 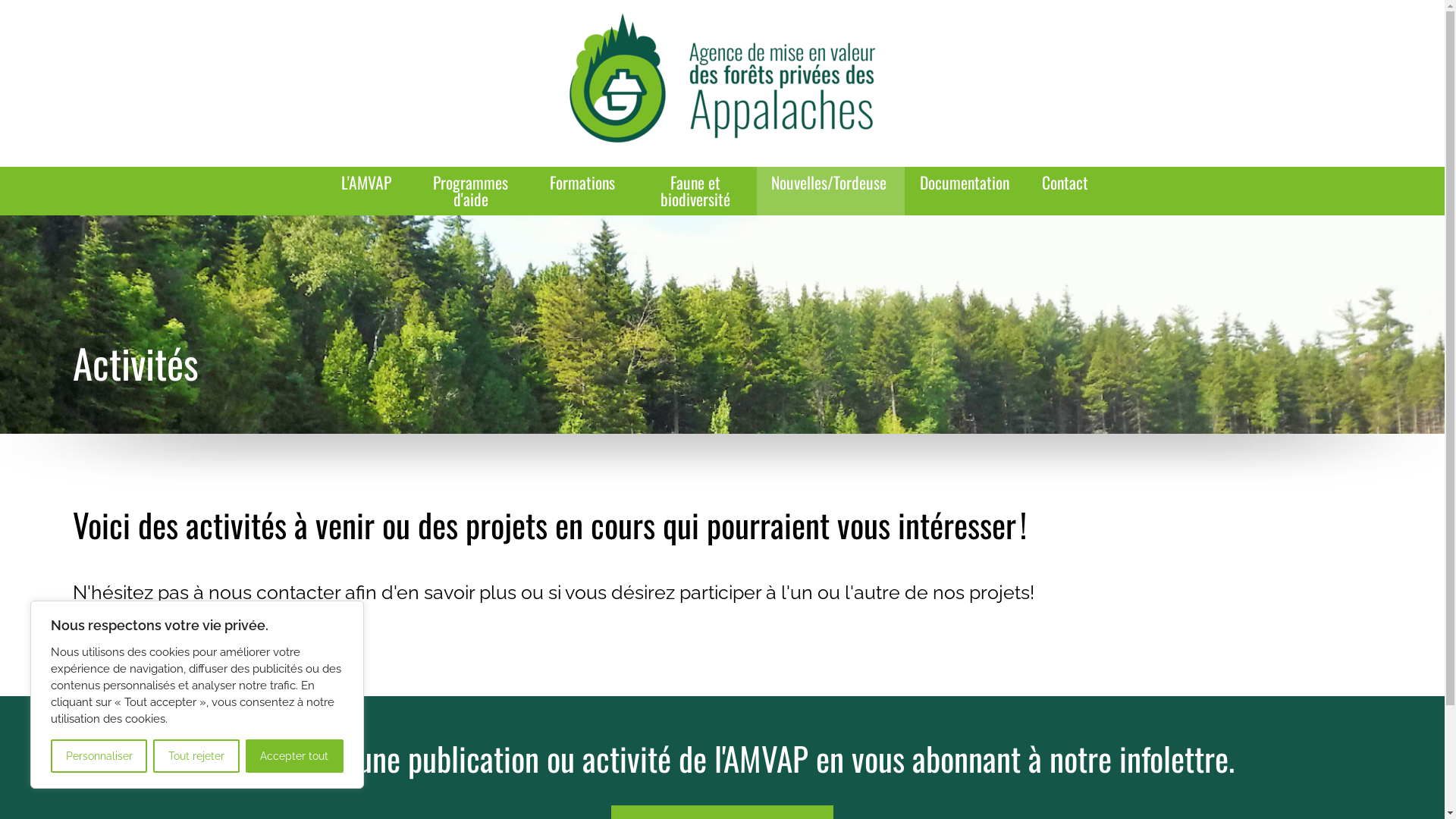 I want to click on 'L'AMVAP', so click(x=368, y=181).